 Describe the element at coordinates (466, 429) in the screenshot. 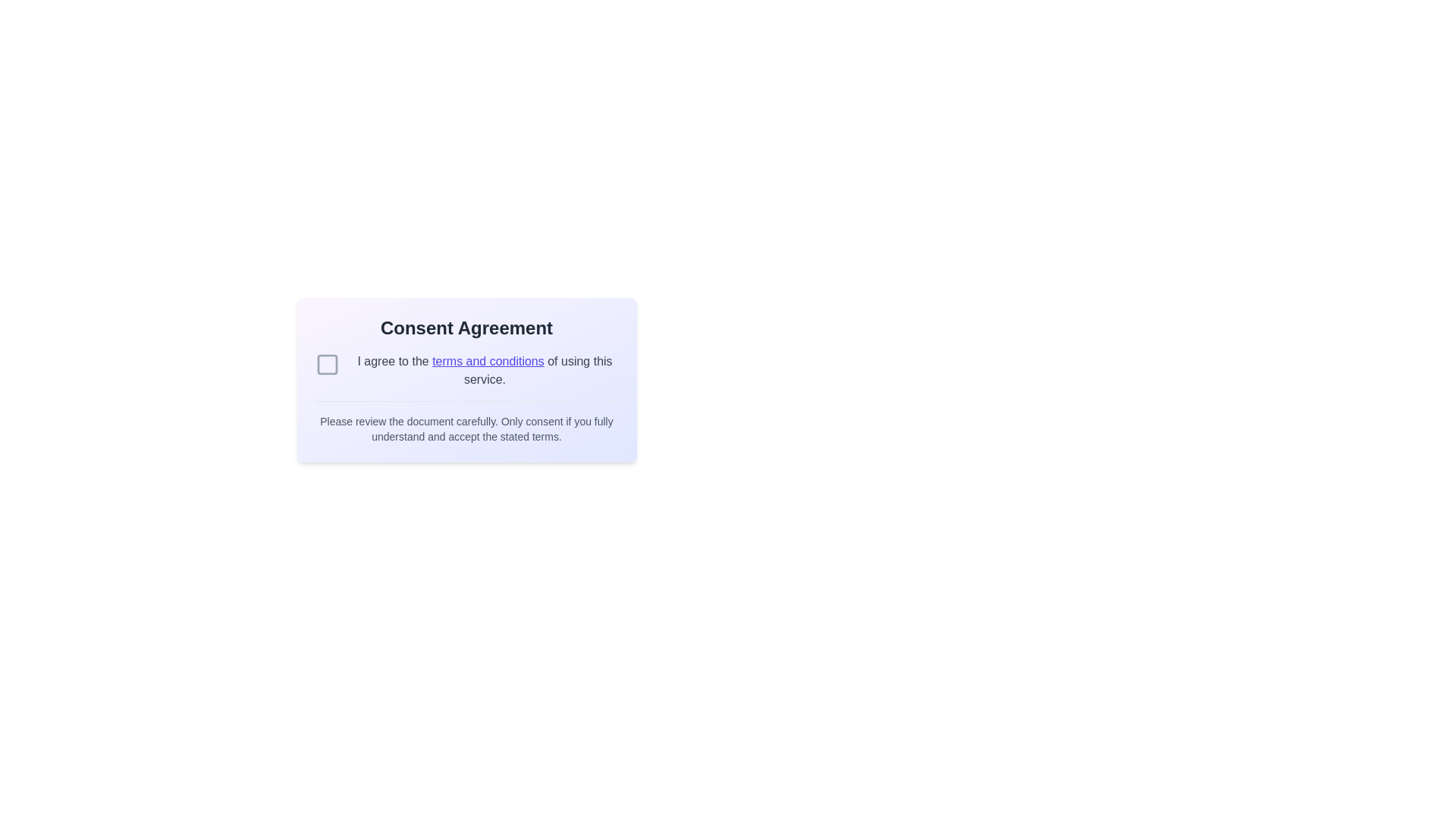

I see `text content that states: 'Please review the document carefully. Only consent if you fully understand and accept the stated terms.' This text is styled in gray, small-sized font and is located at the bottom of the consent dialog box` at that location.